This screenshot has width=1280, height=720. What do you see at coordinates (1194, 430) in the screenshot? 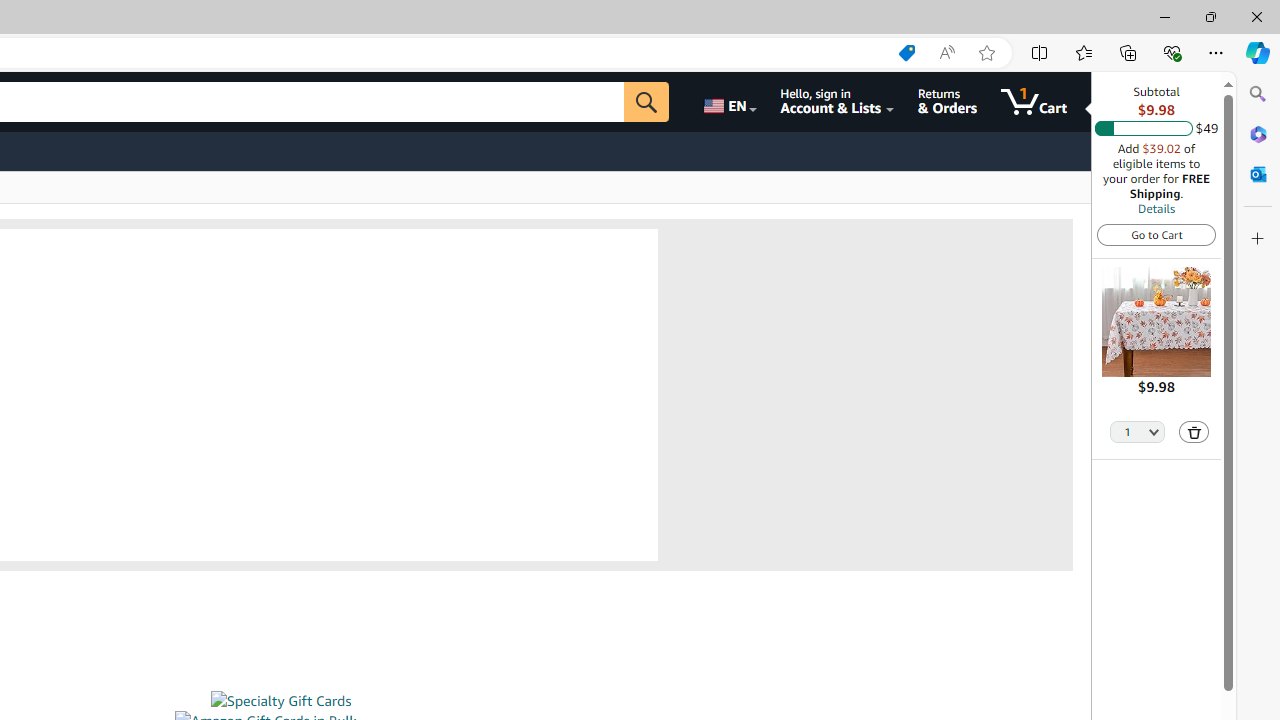
I see `'Delete'` at bounding box center [1194, 430].